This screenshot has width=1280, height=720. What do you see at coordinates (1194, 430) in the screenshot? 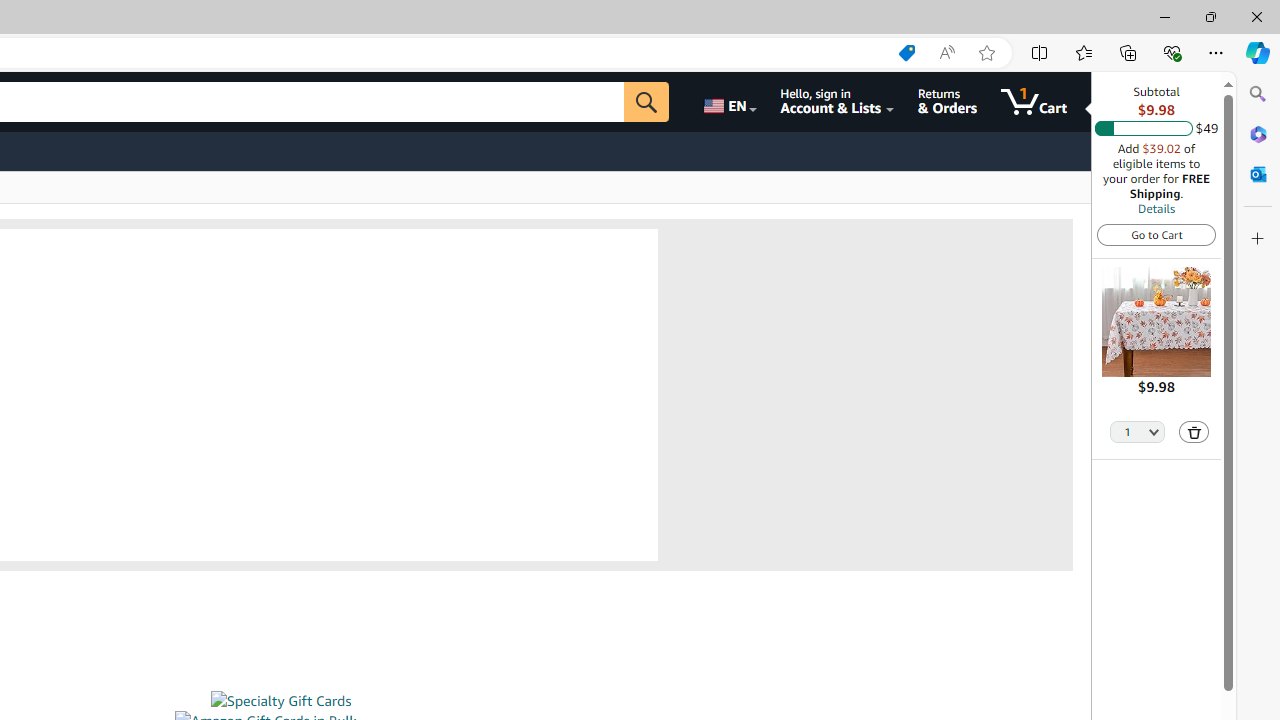
I see `'Delete'` at bounding box center [1194, 430].